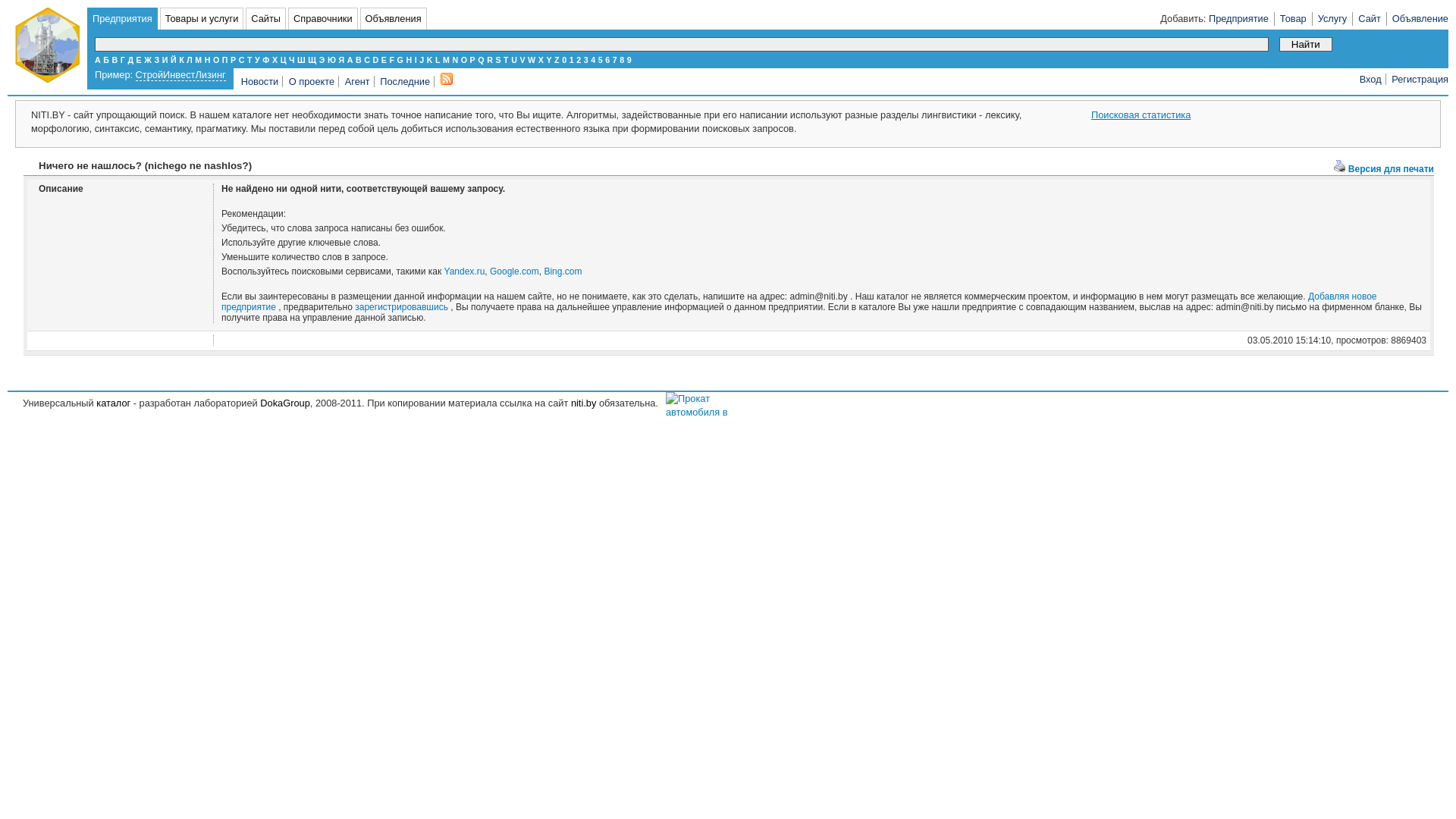 This screenshot has width=1456, height=819. Describe the element at coordinates (372, 58) in the screenshot. I see `'D'` at that location.